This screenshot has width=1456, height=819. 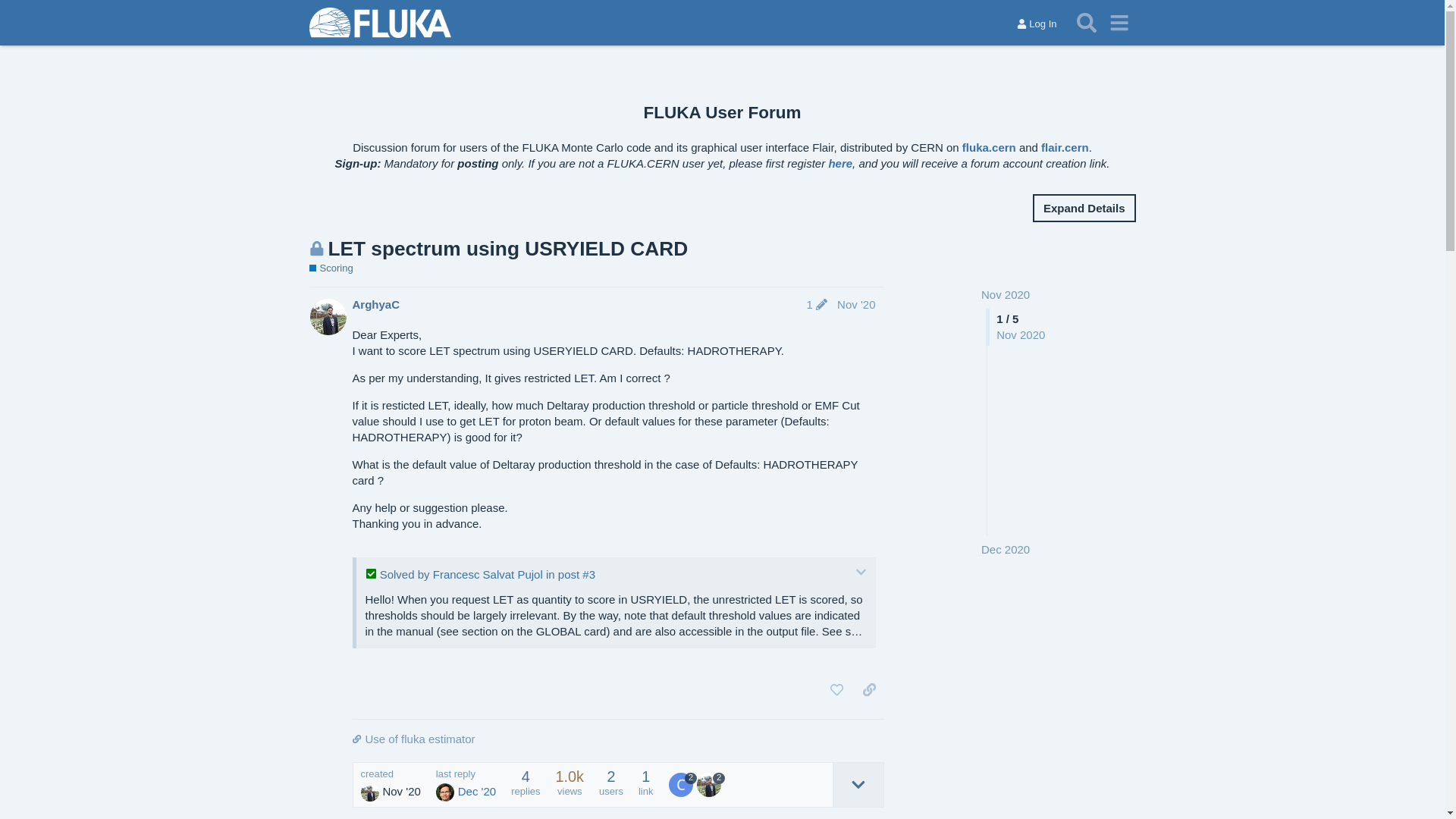 What do you see at coordinates (465, 785) in the screenshot?
I see `'last reply` at bounding box center [465, 785].